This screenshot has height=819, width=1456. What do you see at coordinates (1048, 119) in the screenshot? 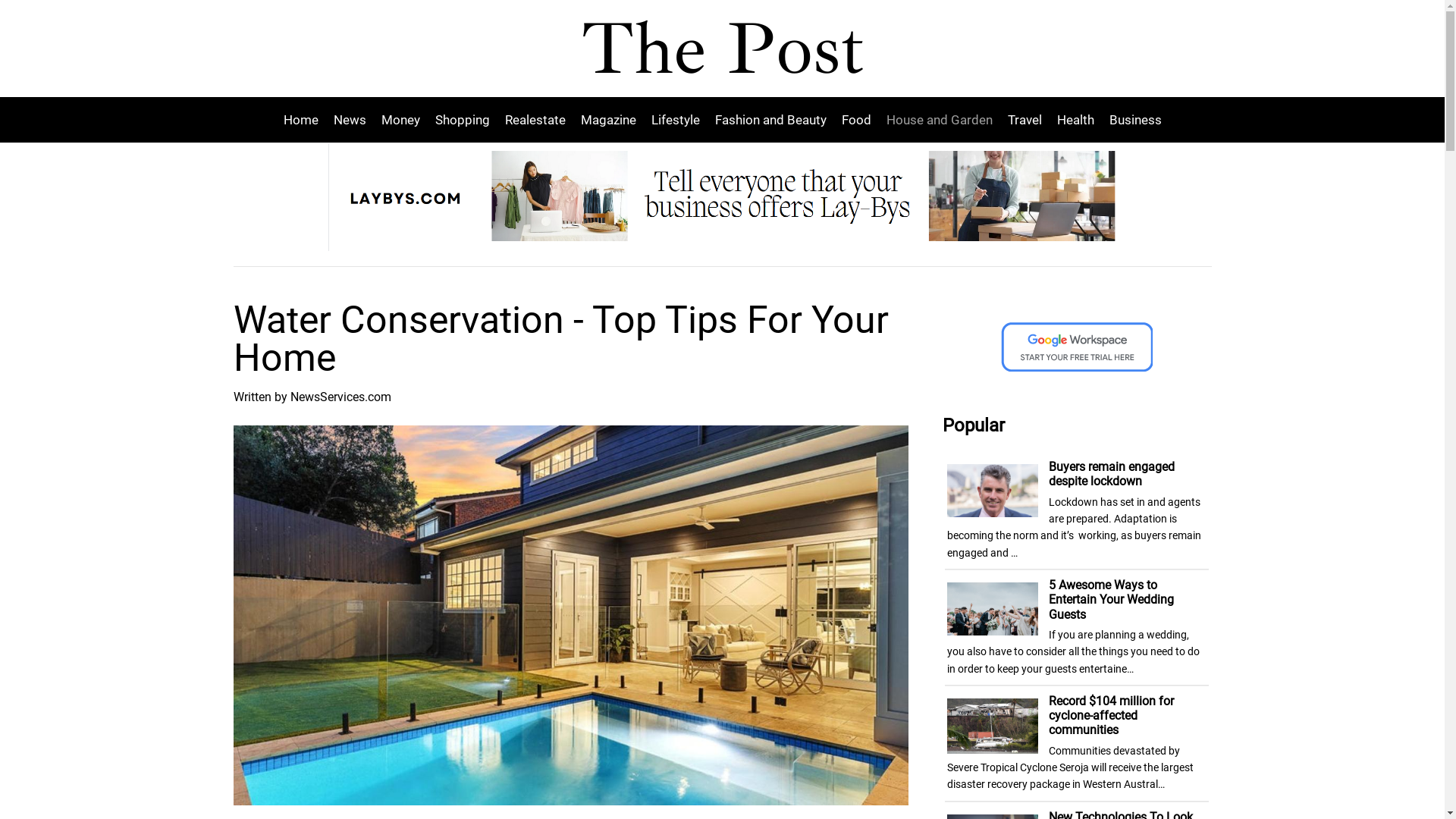
I see `'Health'` at bounding box center [1048, 119].